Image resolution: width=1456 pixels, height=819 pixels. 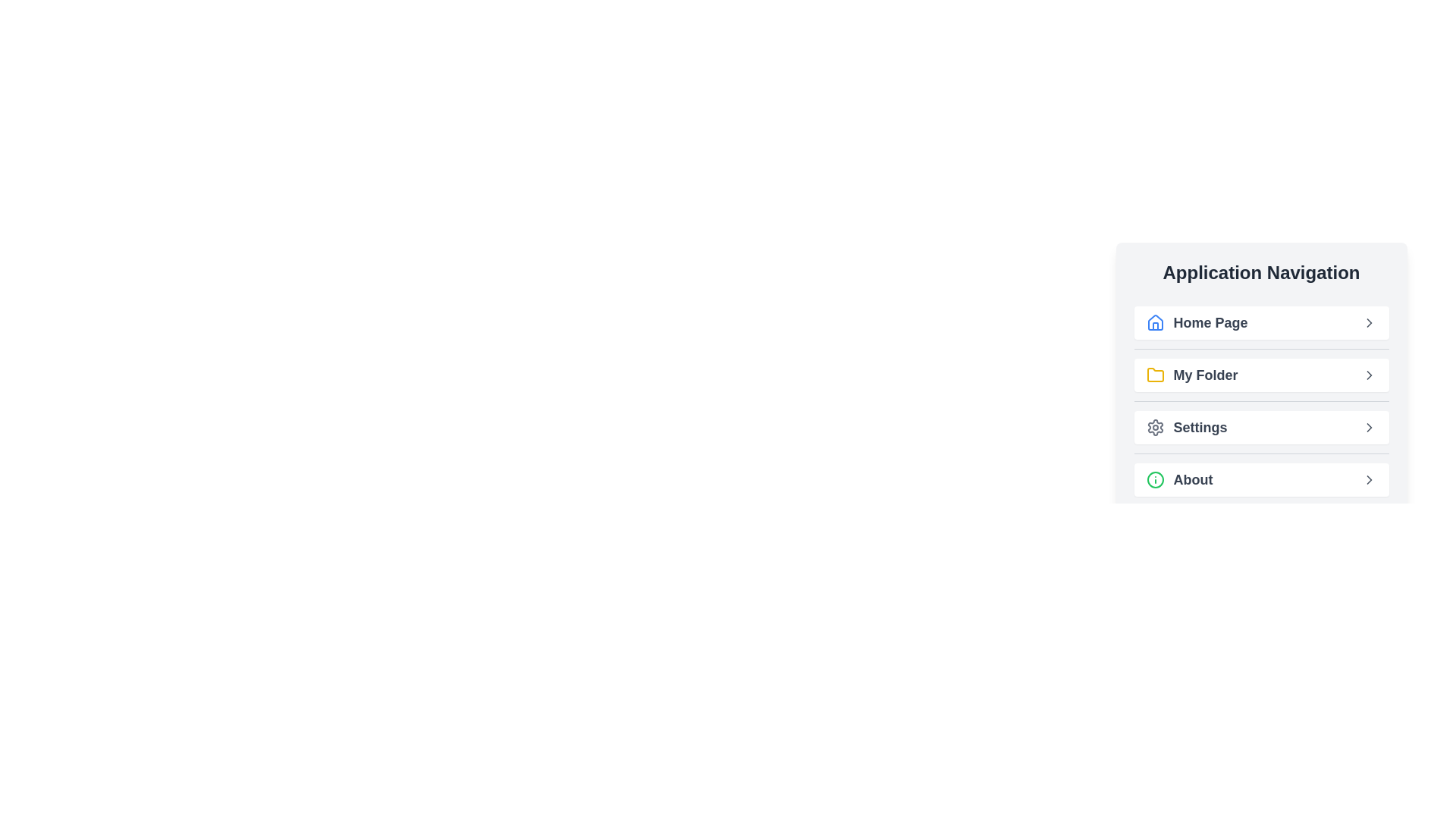 What do you see at coordinates (1185, 427) in the screenshot?
I see `the third item` at bounding box center [1185, 427].